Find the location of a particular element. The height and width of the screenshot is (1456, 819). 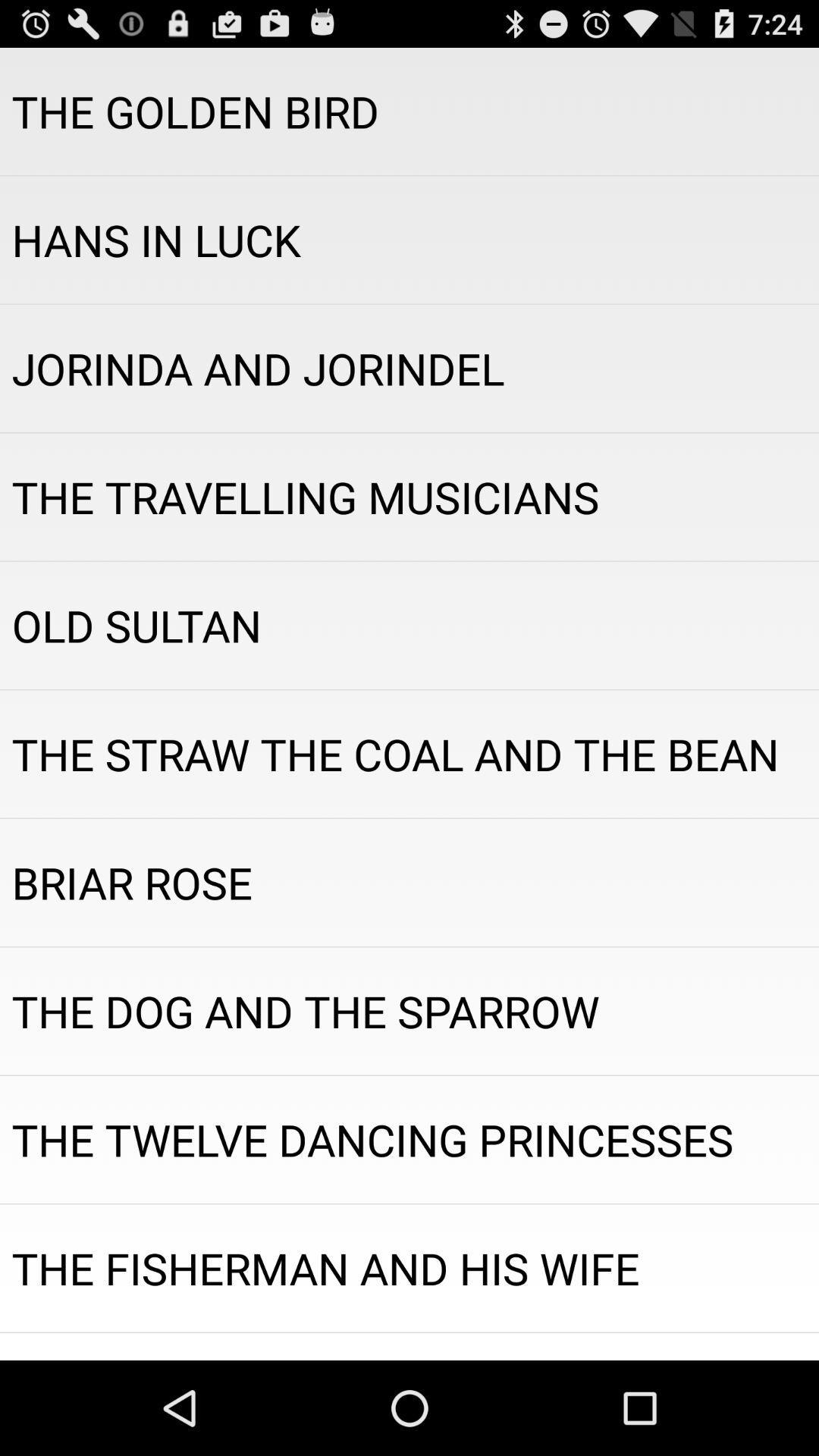

the app above the the travelling musicians app is located at coordinates (409, 368).